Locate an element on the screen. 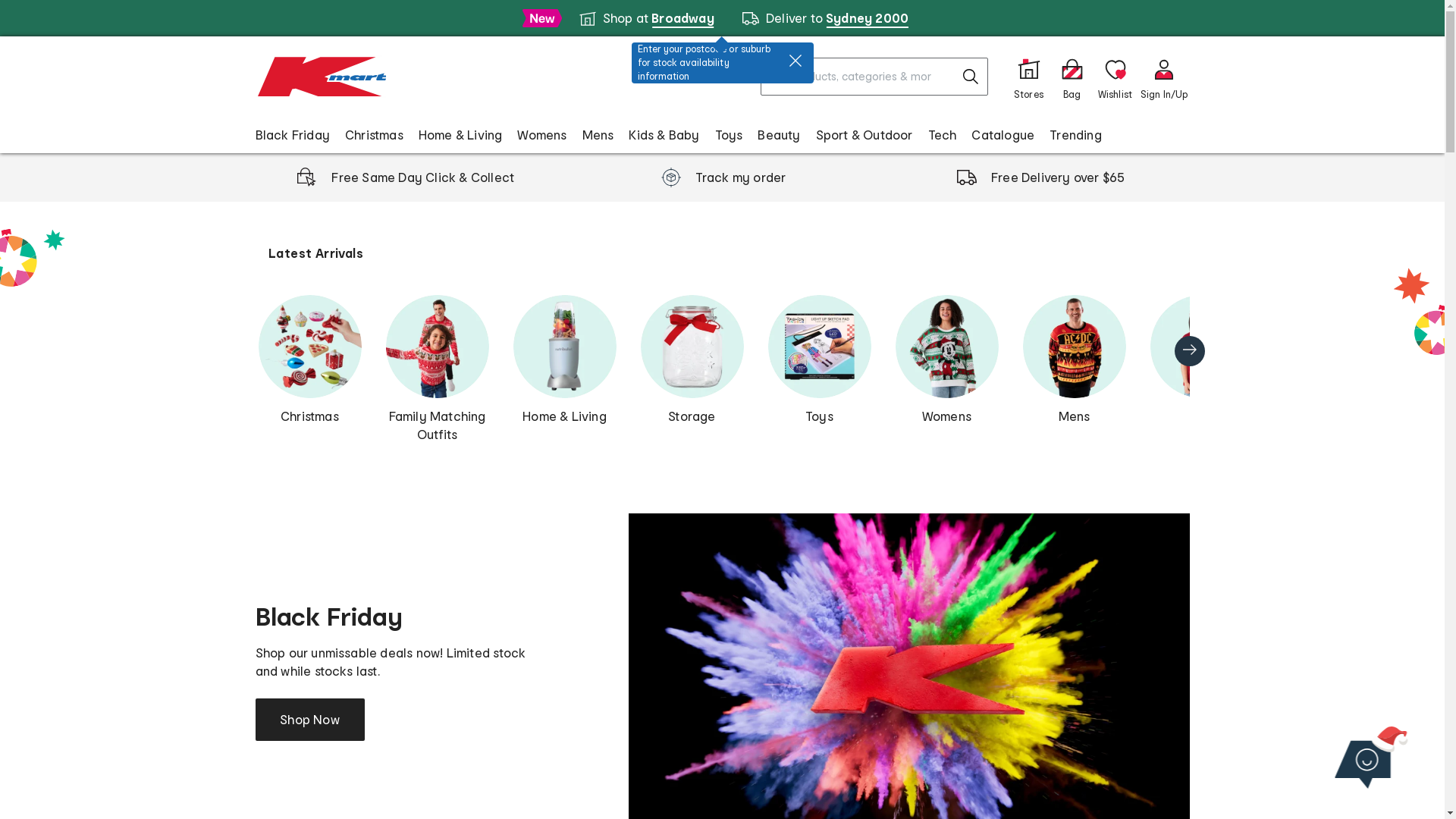 Image resolution: width=1456 pixels, height=819 pixels. 'Shop Now' is located at coordinates (255, 718).